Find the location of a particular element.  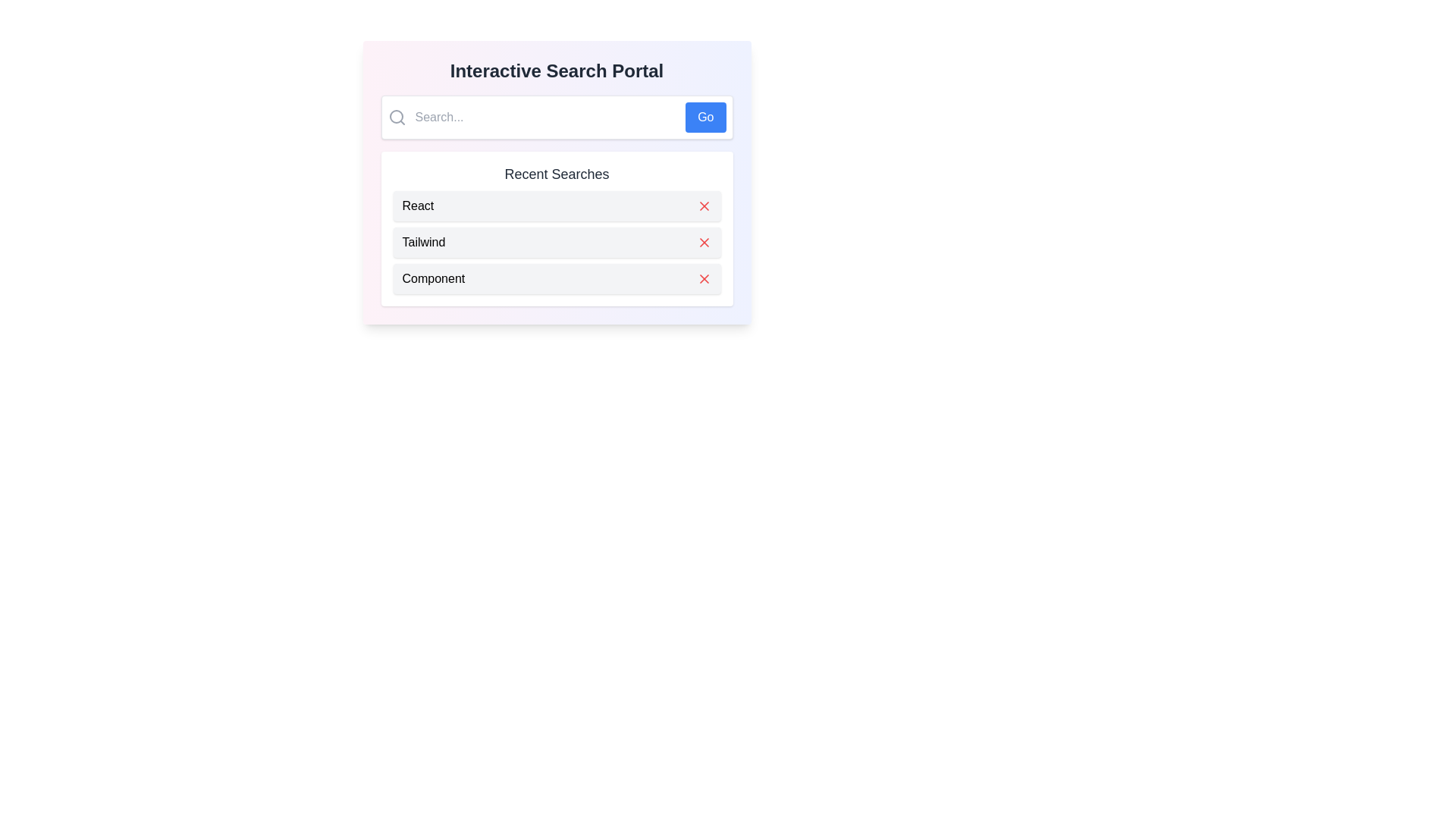

the second row of the 'Recent Searches' section is located at coordinates (423, 242).